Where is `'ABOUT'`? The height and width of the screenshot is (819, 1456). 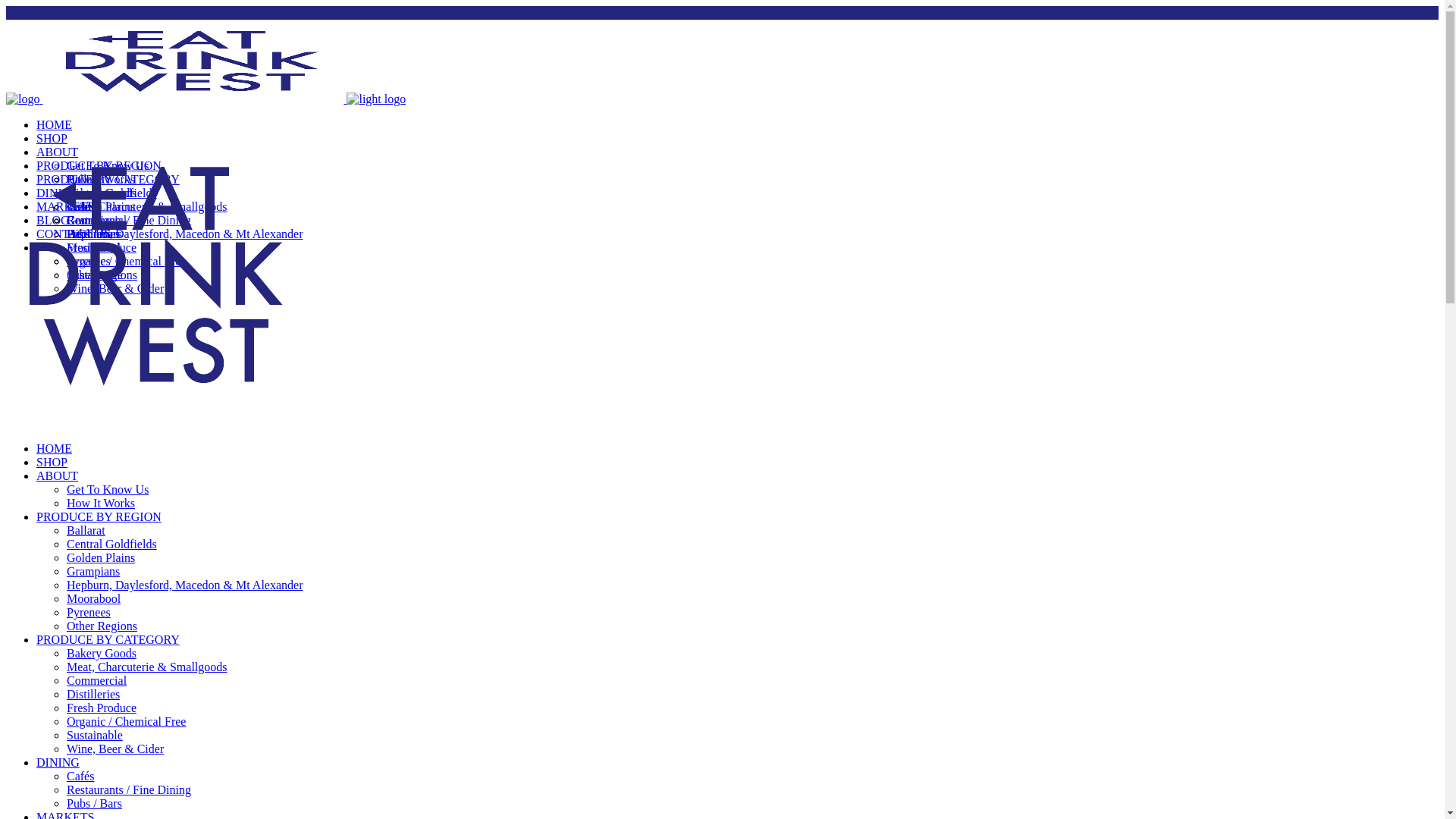 'ABOUT' is located at coordinates (57, 475).